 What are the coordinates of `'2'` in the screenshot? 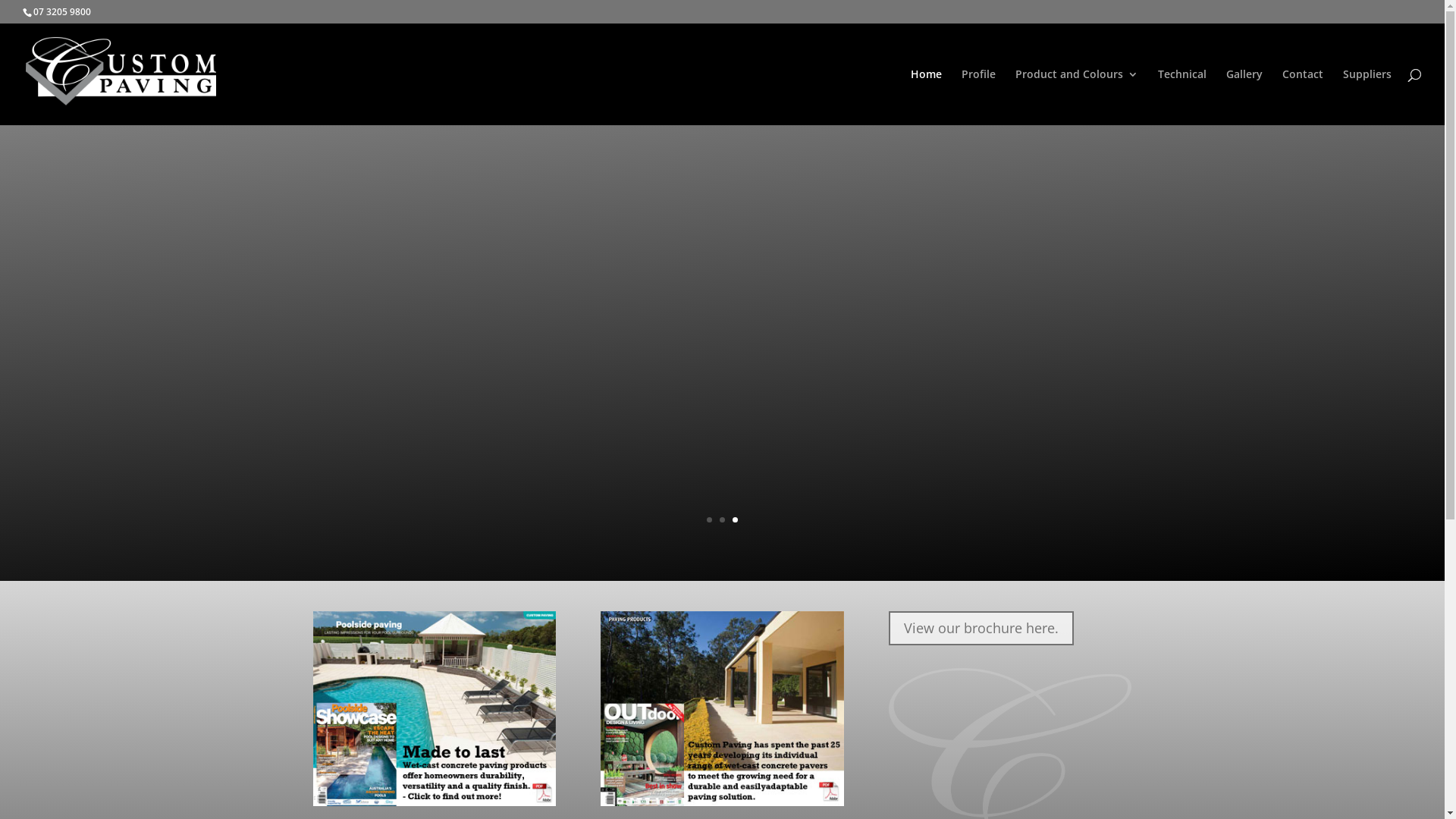 It's located at (719, 519).